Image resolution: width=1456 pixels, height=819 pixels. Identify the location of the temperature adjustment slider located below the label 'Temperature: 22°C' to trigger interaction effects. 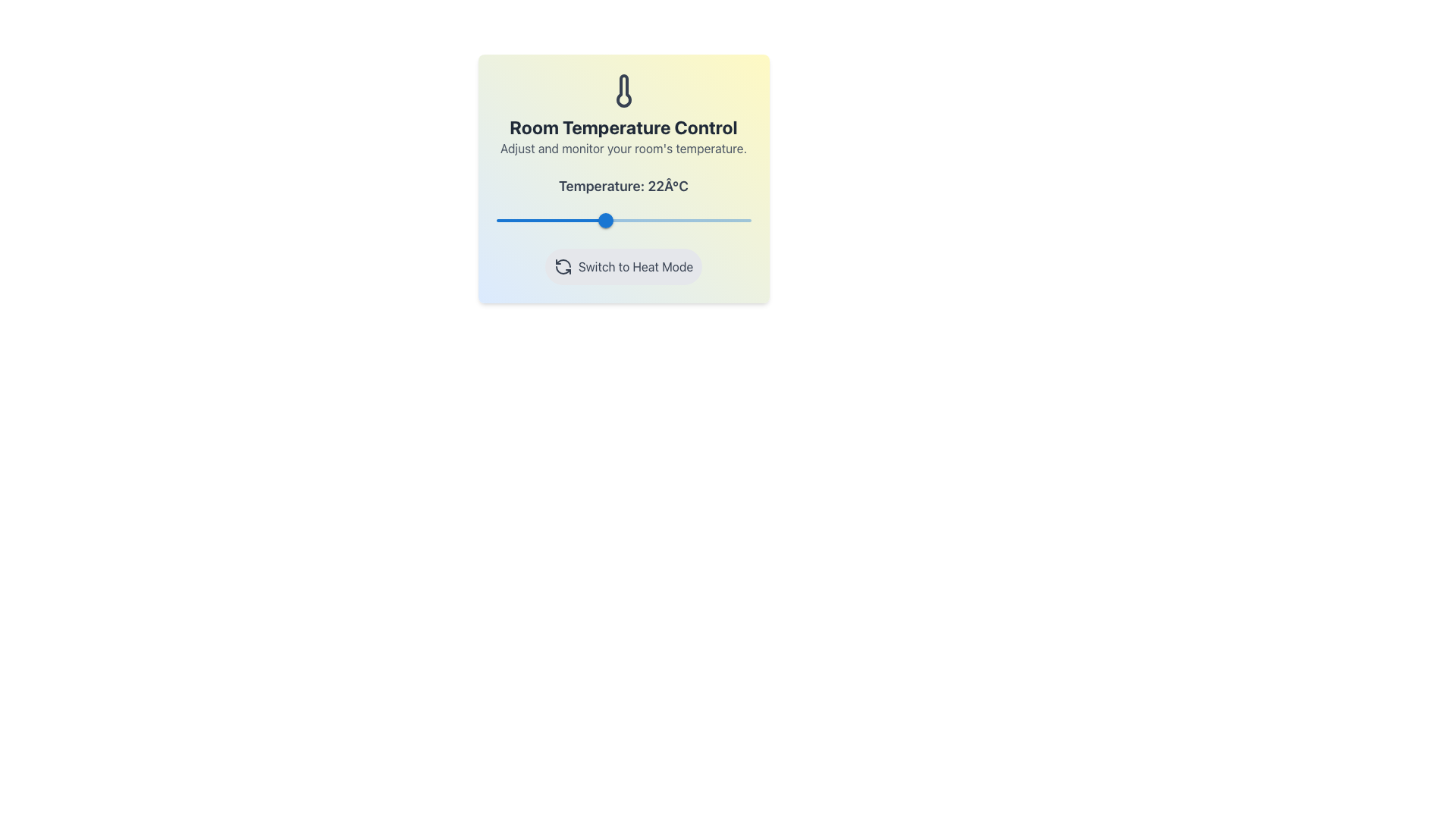
(623, 220).